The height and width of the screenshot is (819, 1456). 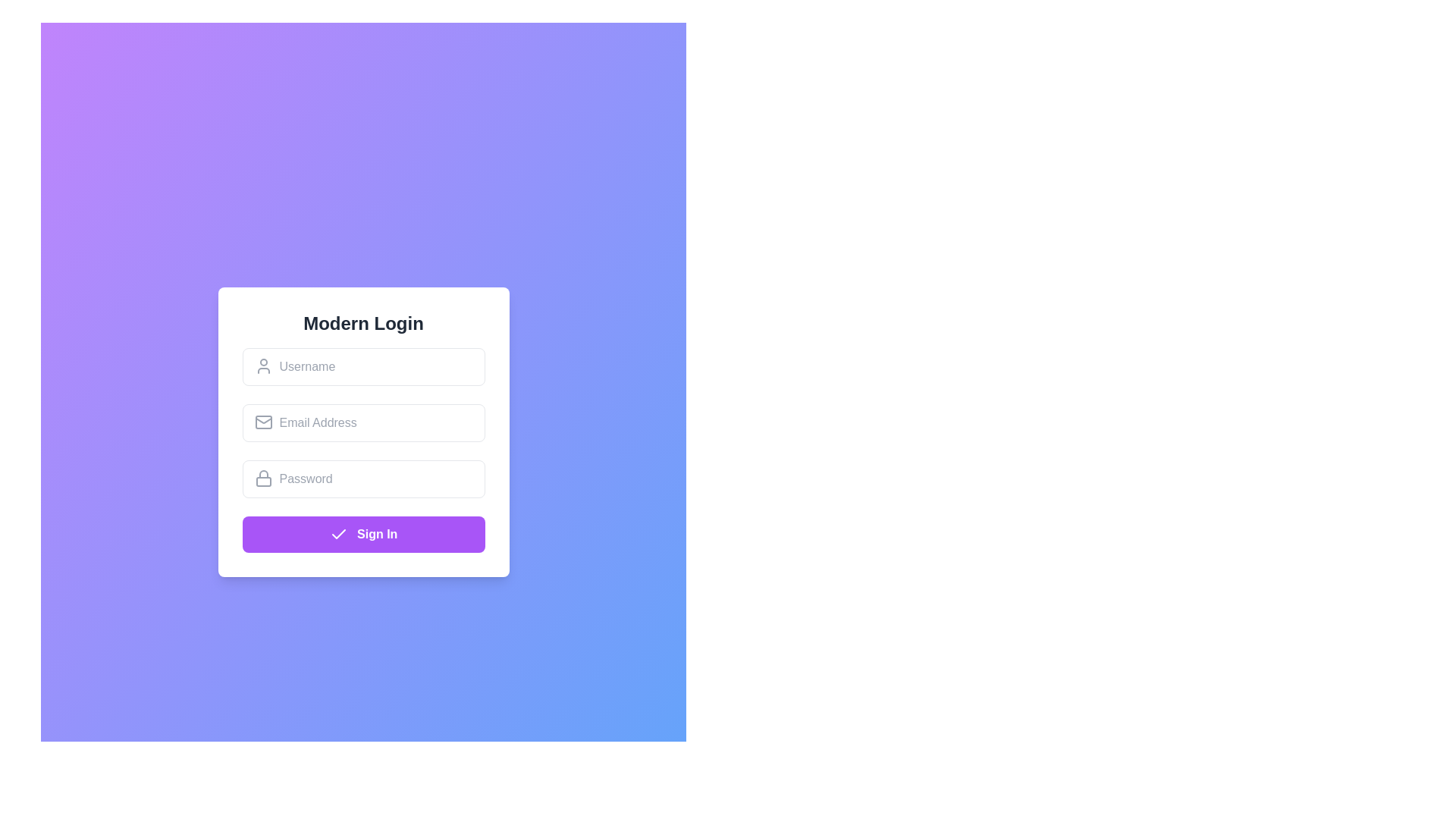 What do you see at coordinates (263, 422) in the screenshot?
I see `the decorative icon located at the upper-left corner of the email input field, which signifies that the input field is for an email address` at bounding box center [263, 422].